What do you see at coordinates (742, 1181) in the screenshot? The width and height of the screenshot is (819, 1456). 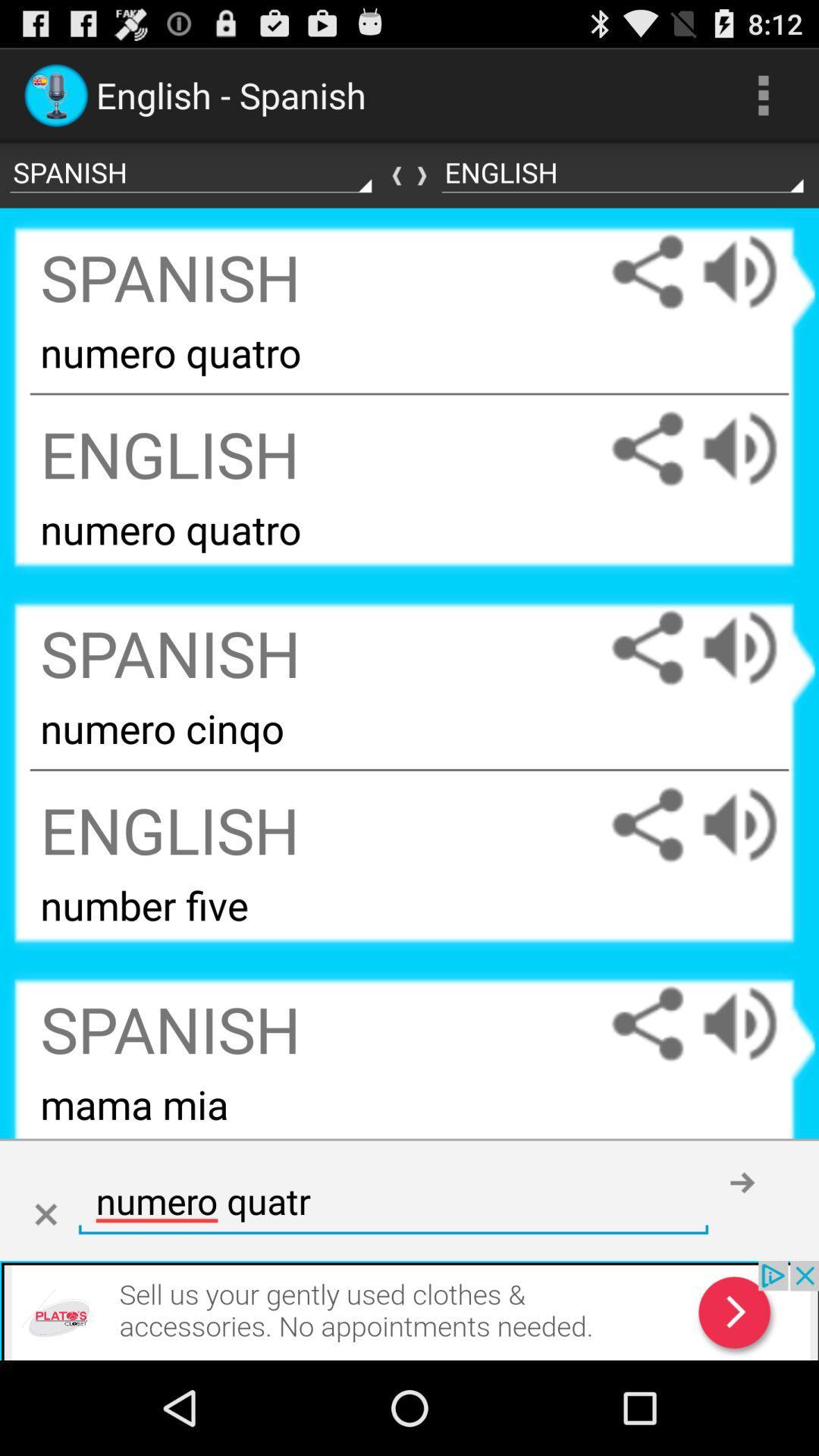 I see `next button` at bounding box center [742, 1181].